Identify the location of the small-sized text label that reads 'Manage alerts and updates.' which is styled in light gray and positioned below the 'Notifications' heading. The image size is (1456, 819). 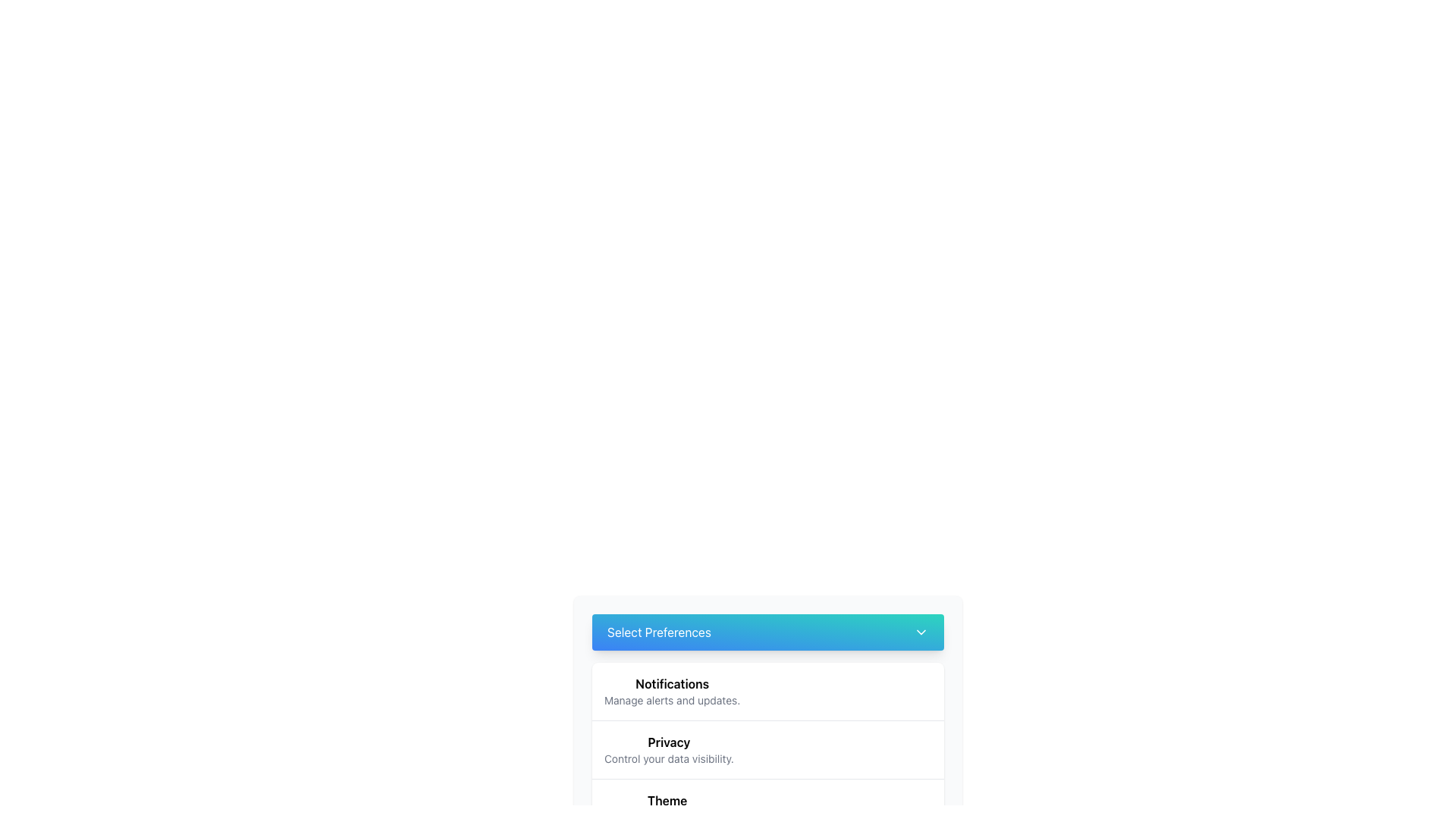
(671, 701).